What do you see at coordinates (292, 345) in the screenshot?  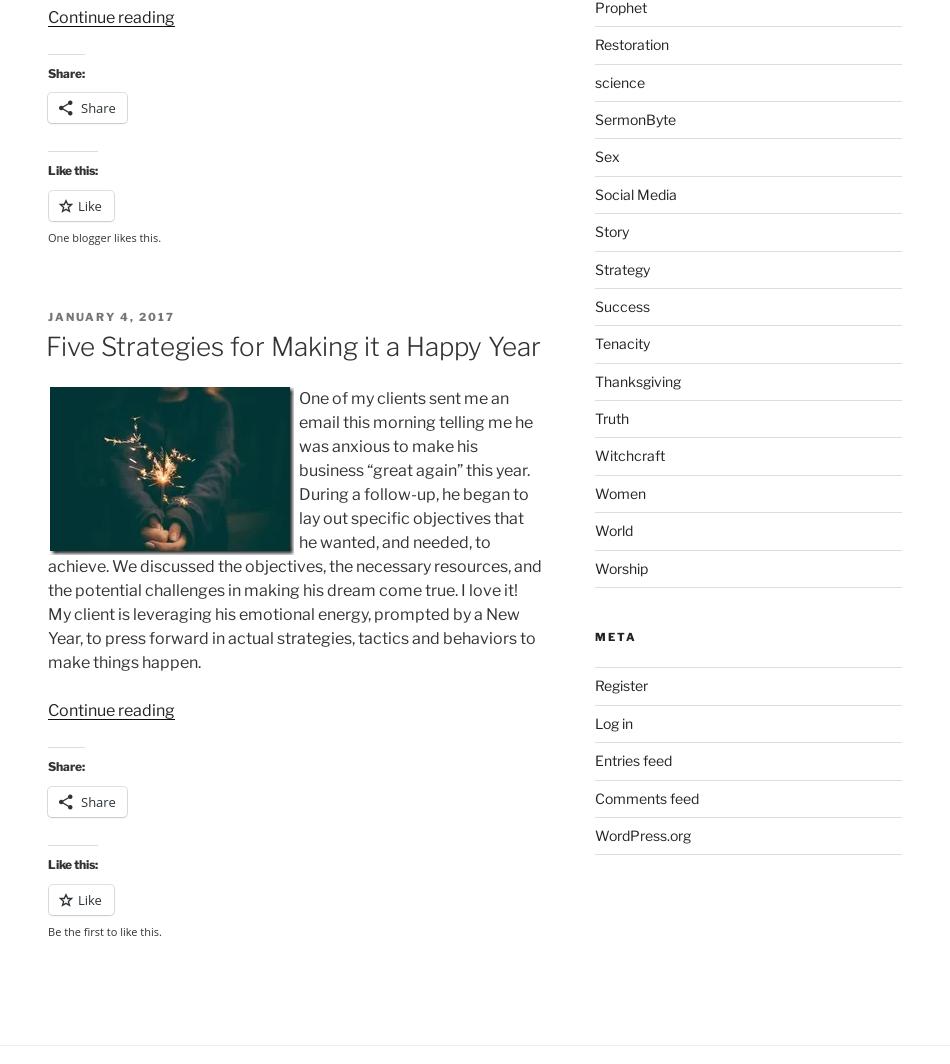 I see `'Five Strategies for Making it a Happy Year'` at bounding box center [292, 345].